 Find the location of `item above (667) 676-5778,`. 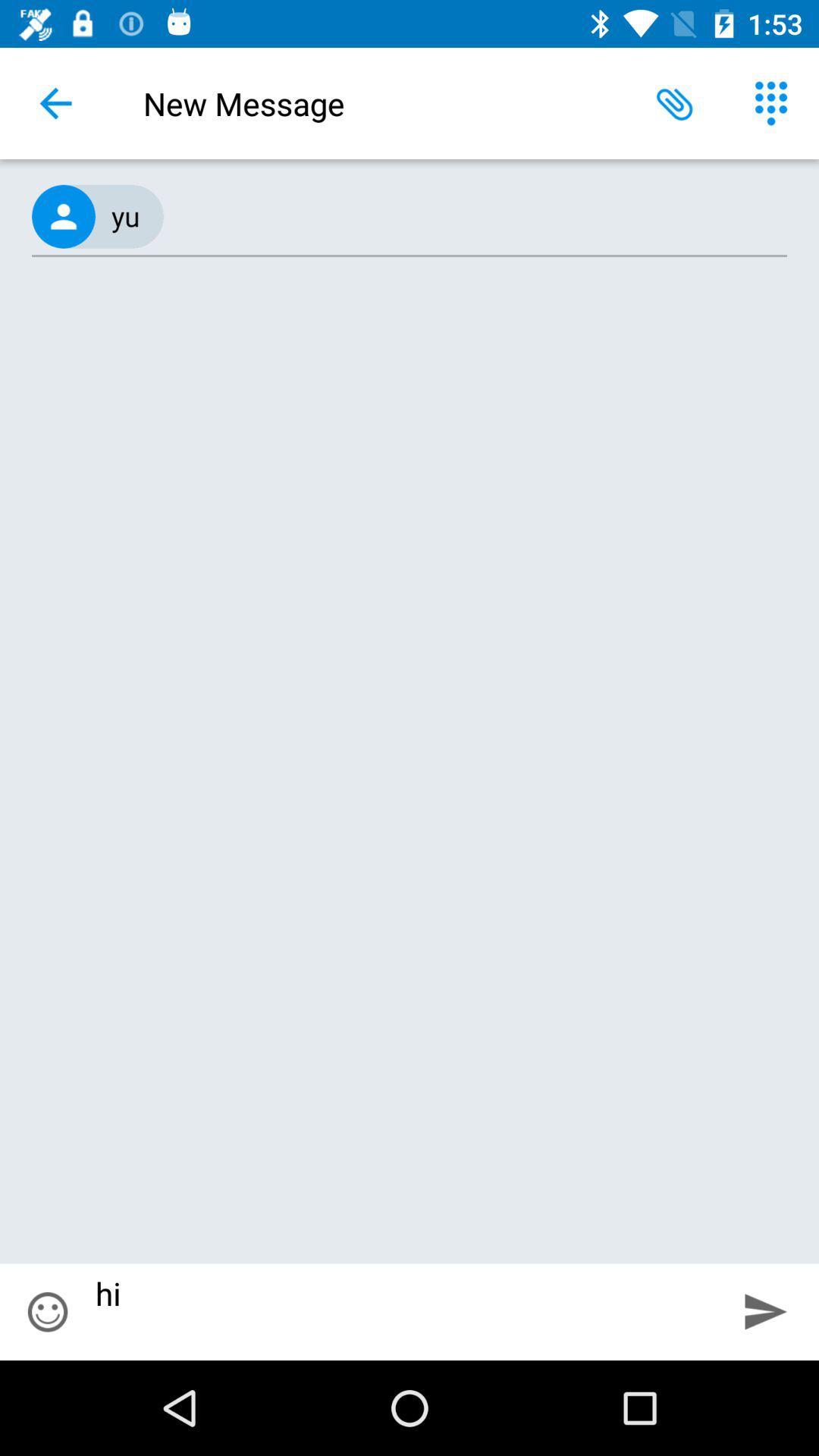

item above (667) 676-5778, is located at coordinates (55, 102).